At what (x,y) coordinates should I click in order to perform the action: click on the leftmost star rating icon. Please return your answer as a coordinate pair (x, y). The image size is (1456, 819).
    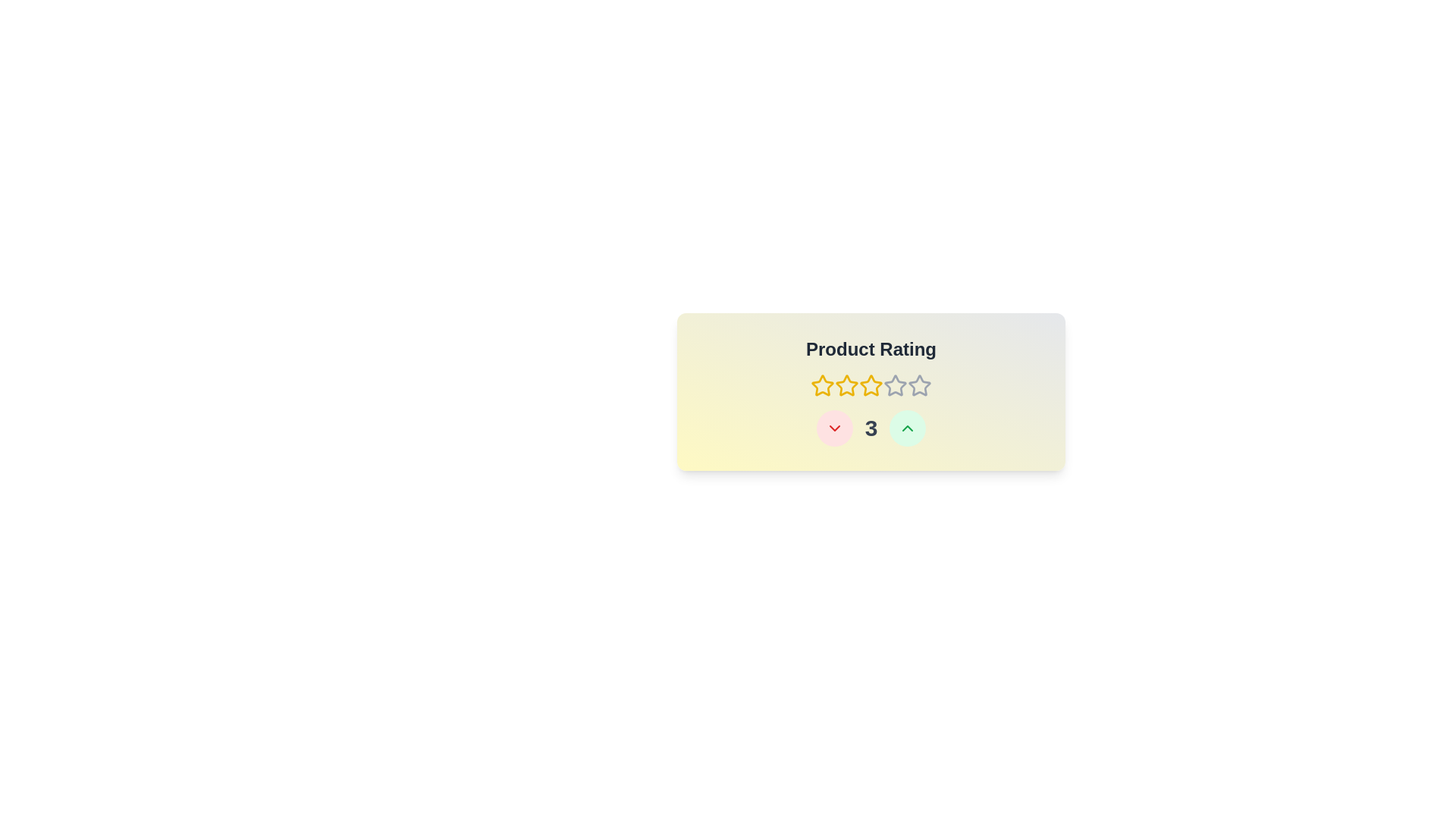
    Looking at the image, I should click on (821, 385).